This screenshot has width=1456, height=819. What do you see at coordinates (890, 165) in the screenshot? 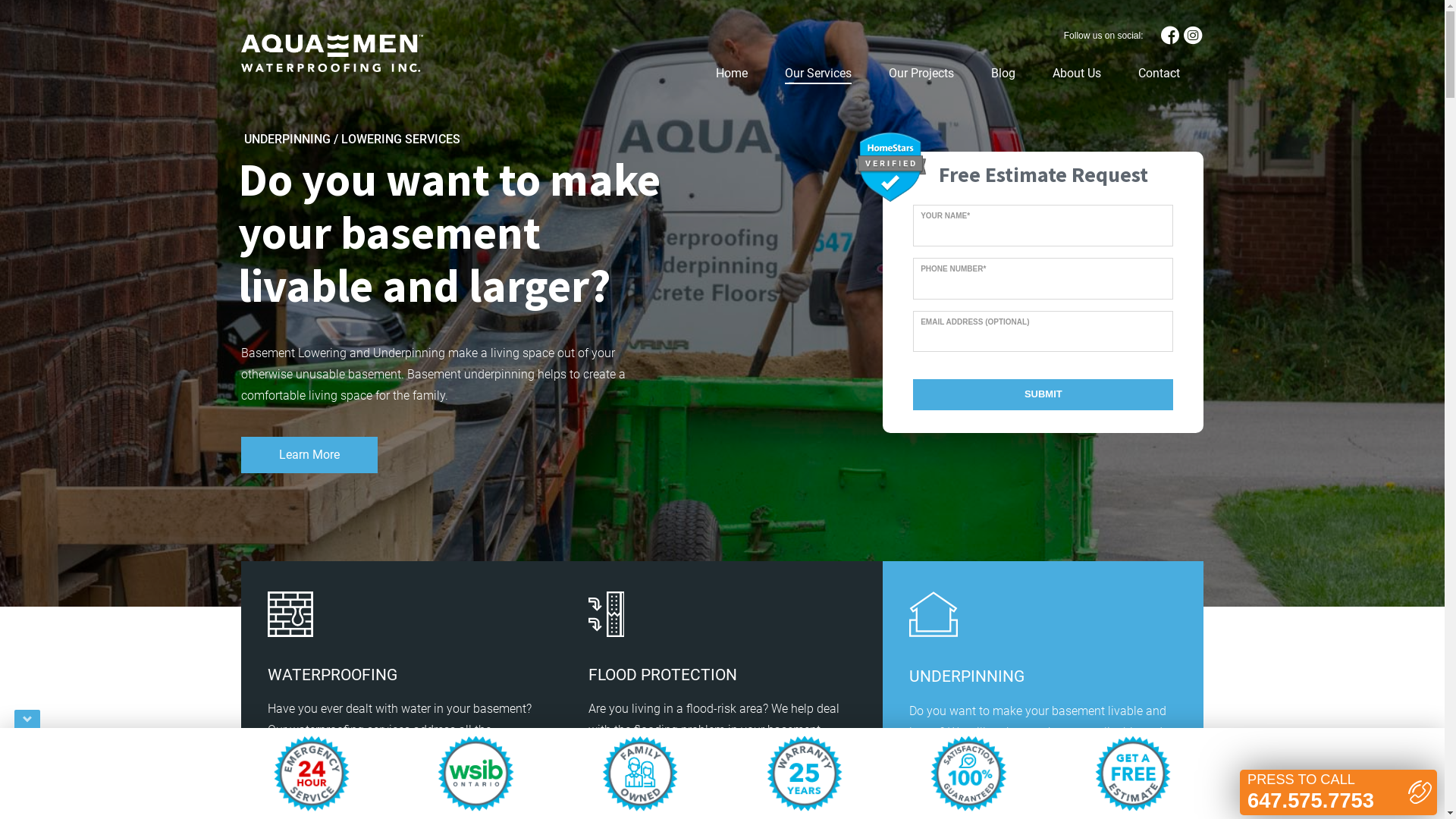
I see `'Aquamen on Homestars'` at bounding box center [890, 165].